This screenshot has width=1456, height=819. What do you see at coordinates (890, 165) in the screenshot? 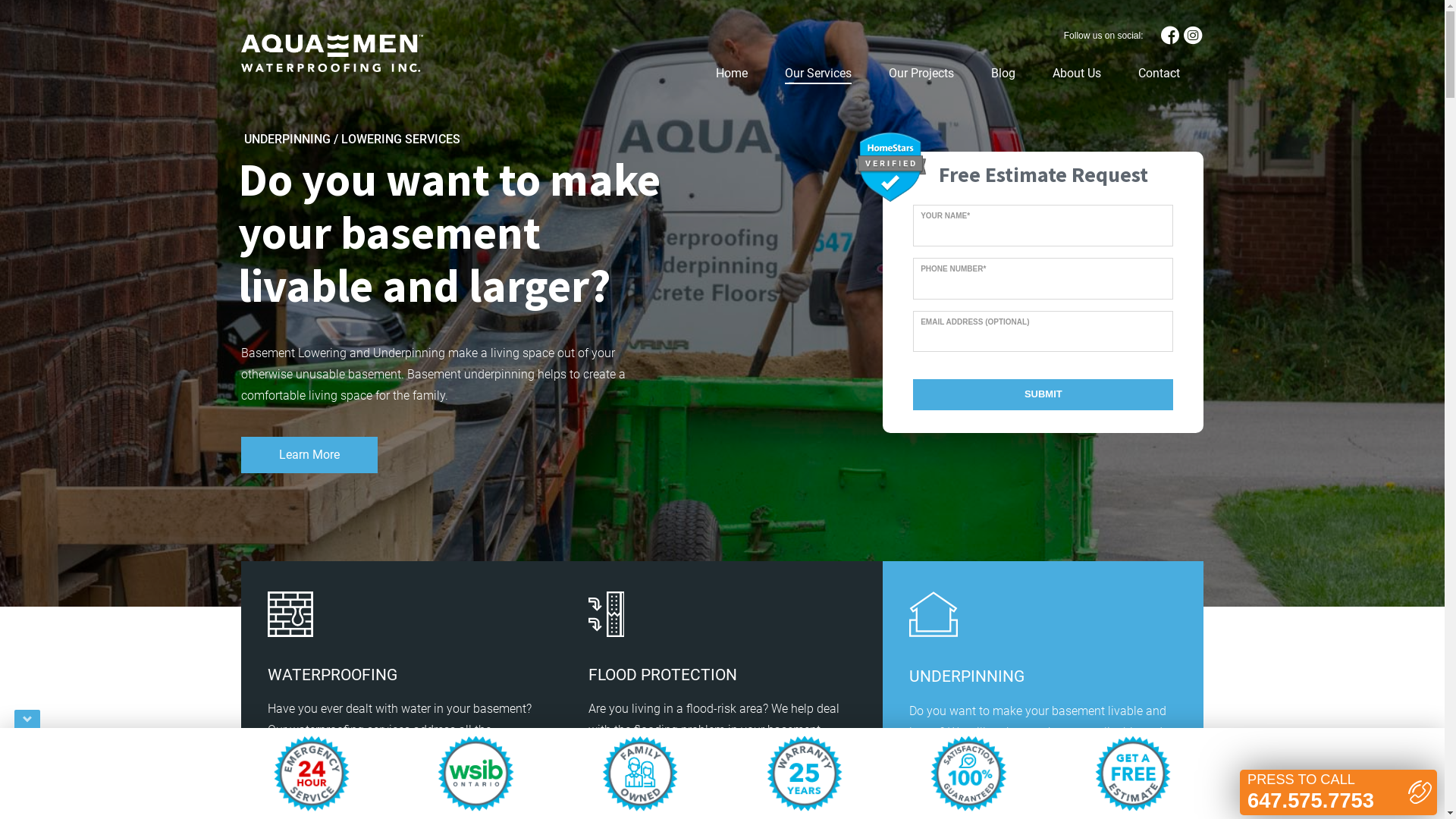
I see `'Aquamen on Homestars'` at bounding box center [890, 165].